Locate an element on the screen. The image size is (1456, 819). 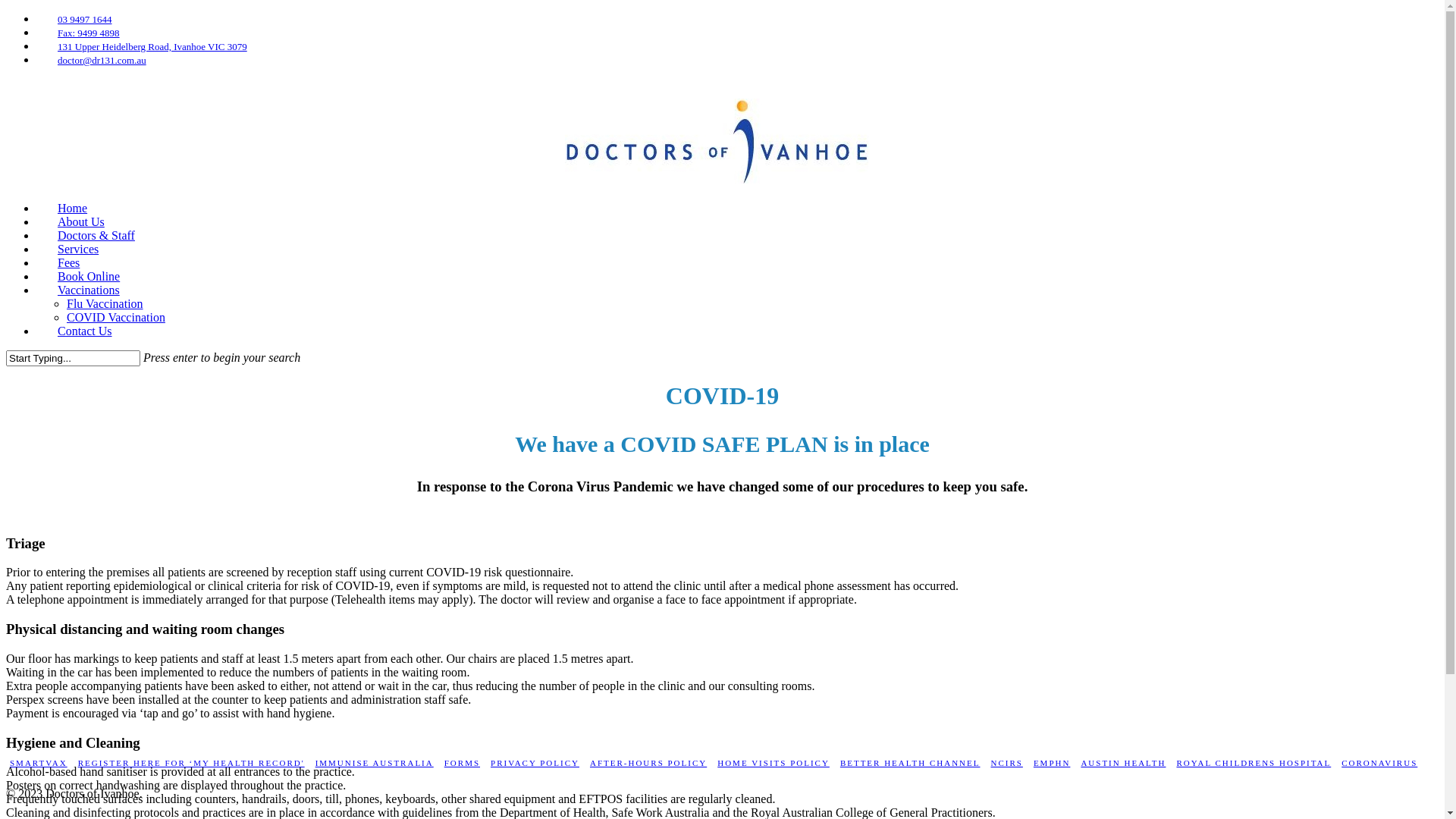
'Doctors & Staff' is located at coordinates (95, 235).